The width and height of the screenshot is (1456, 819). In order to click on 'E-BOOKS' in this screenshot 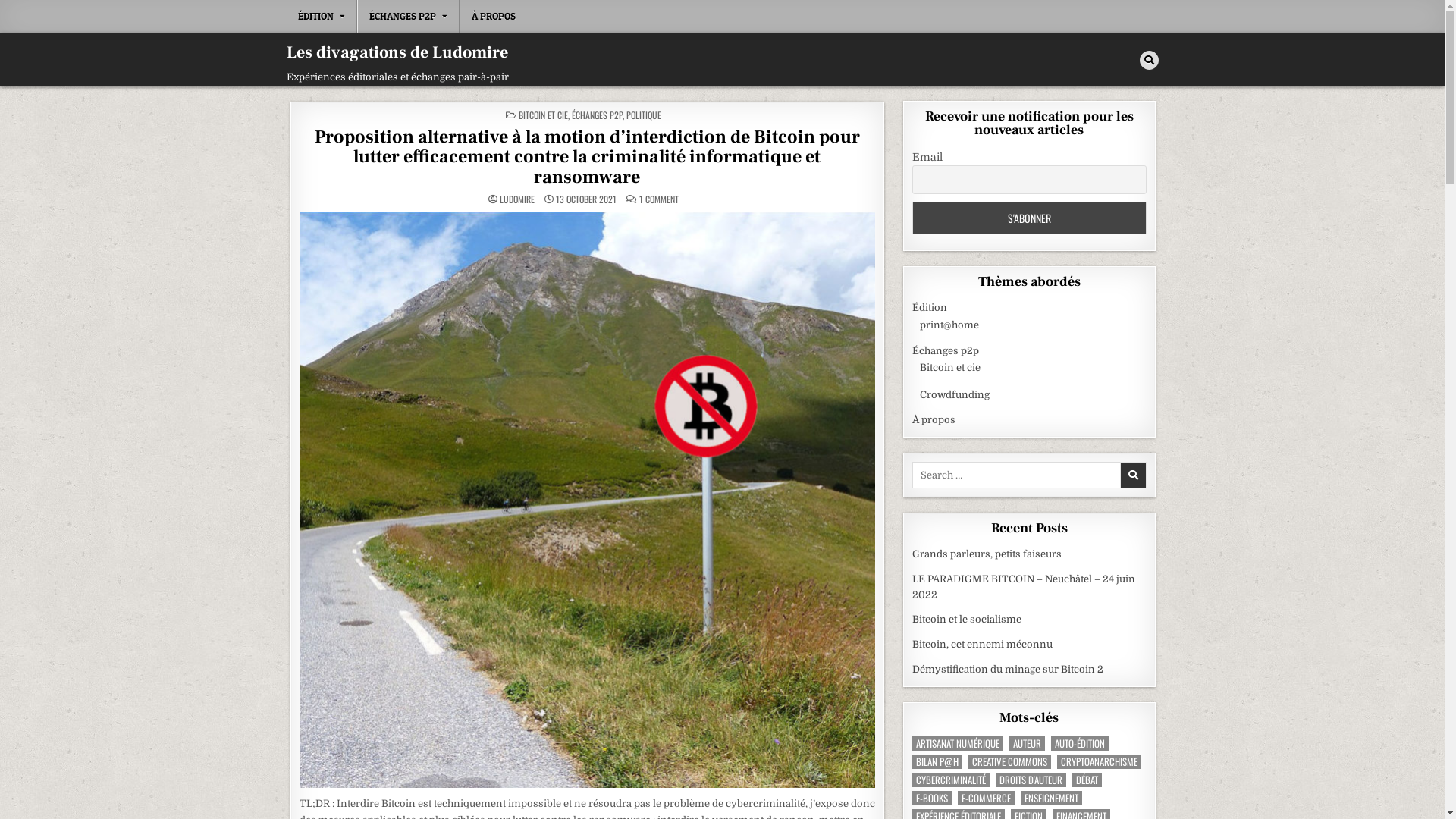, I will do `click(930, 797)`.